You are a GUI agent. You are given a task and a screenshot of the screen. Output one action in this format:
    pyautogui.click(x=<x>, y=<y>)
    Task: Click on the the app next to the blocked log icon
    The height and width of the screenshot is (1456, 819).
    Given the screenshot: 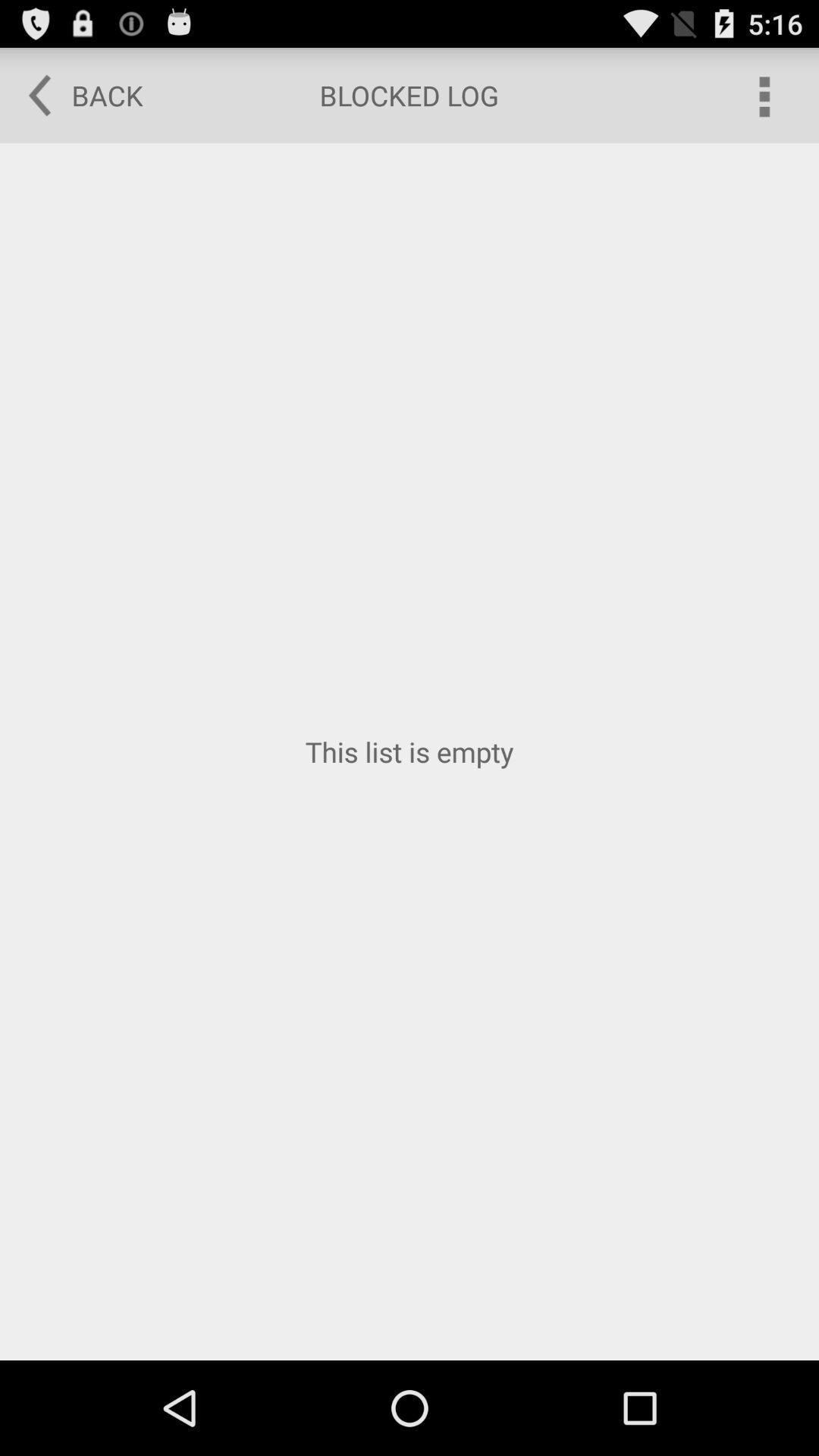 What is the action you would take?
    pyautogui.click(x=75, y=94)
    